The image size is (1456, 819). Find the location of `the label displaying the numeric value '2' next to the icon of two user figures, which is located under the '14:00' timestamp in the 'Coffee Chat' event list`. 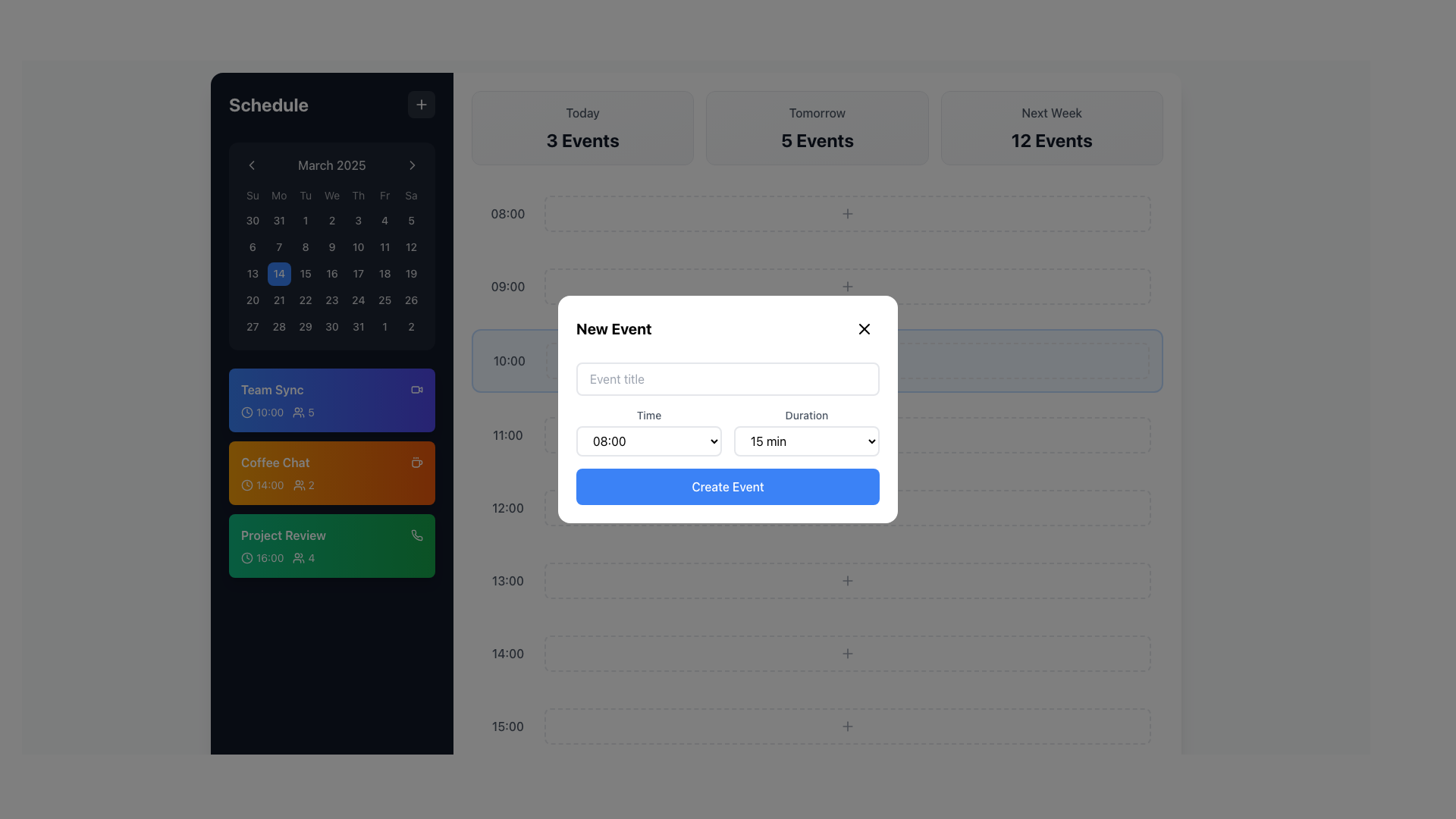

the label displaying the numeric value '2' next to the icon of two user figures, which is located under the '14:00' timestamp in the 'Coffee Chat' event list is located at coordinates (303, 485).